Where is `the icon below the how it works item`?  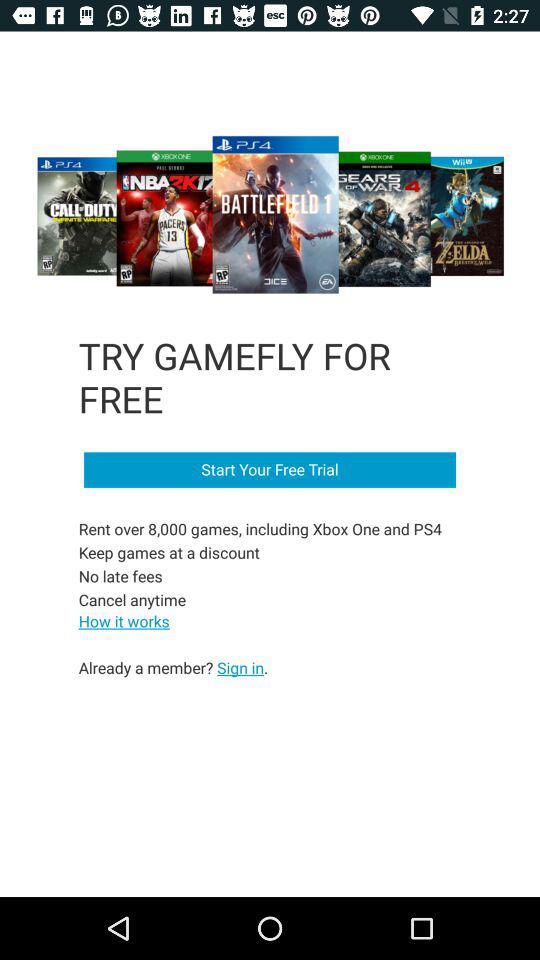 the icon below the how it works item is located at coordinates (173, 667).